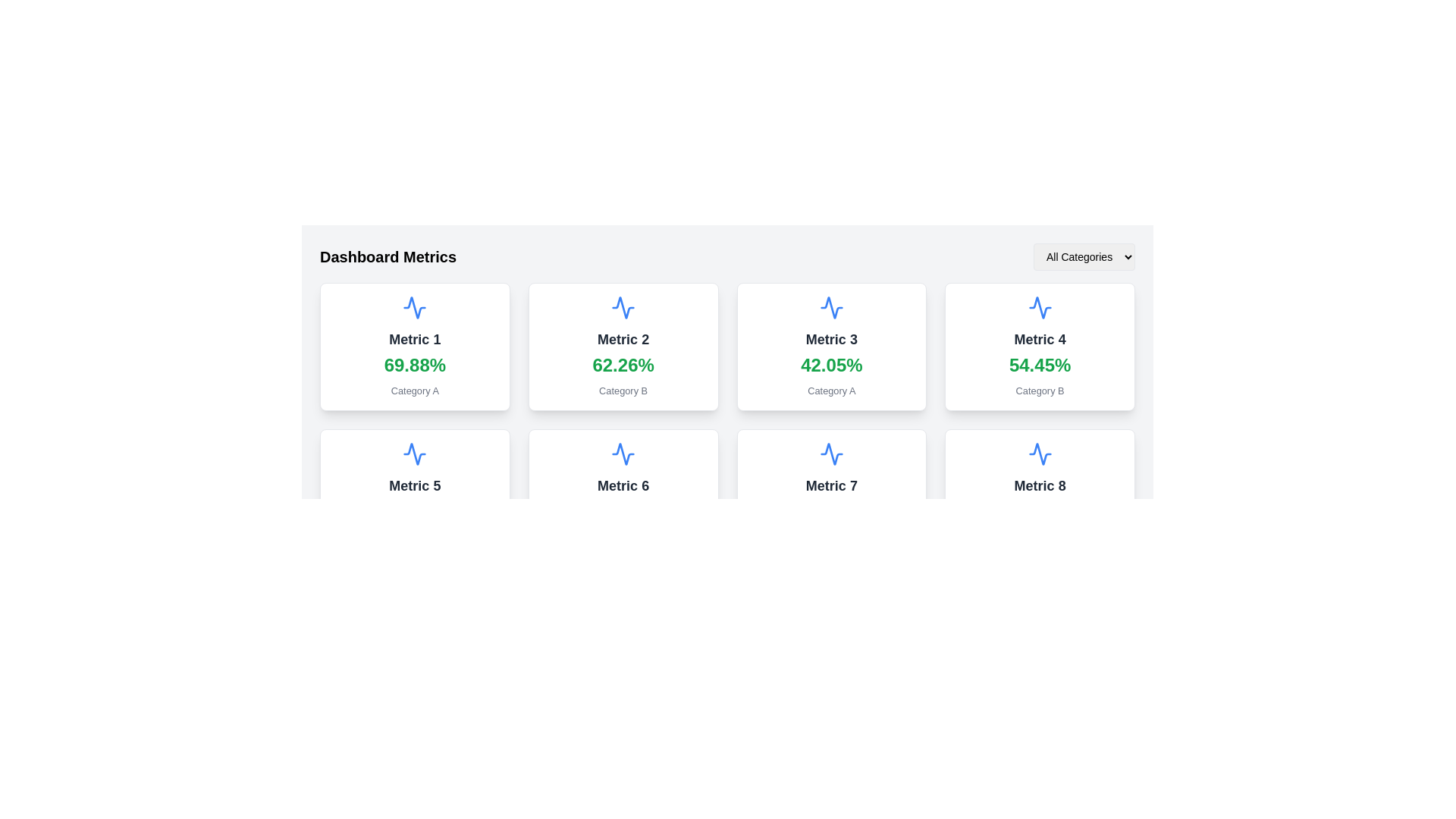 This screenshot has height=819, width=1456. I want to click on the Information card displaying 'Metric 1' with value '69.88%' and category 'Category A', located in the top-left corner of the grid layout, so click(415, 347).